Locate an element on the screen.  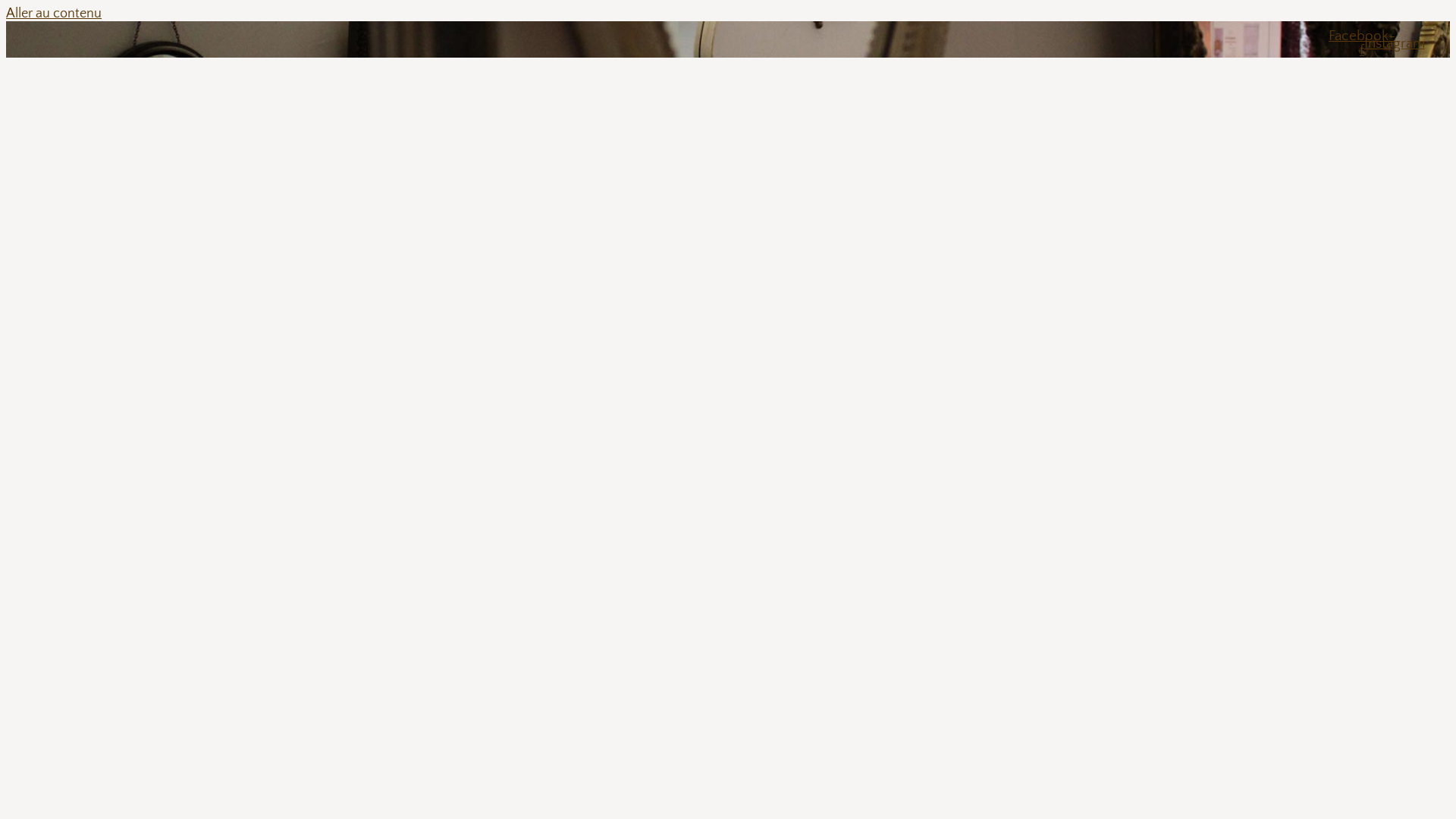
'Facebook-f' is located at coordinates (1361, 42).